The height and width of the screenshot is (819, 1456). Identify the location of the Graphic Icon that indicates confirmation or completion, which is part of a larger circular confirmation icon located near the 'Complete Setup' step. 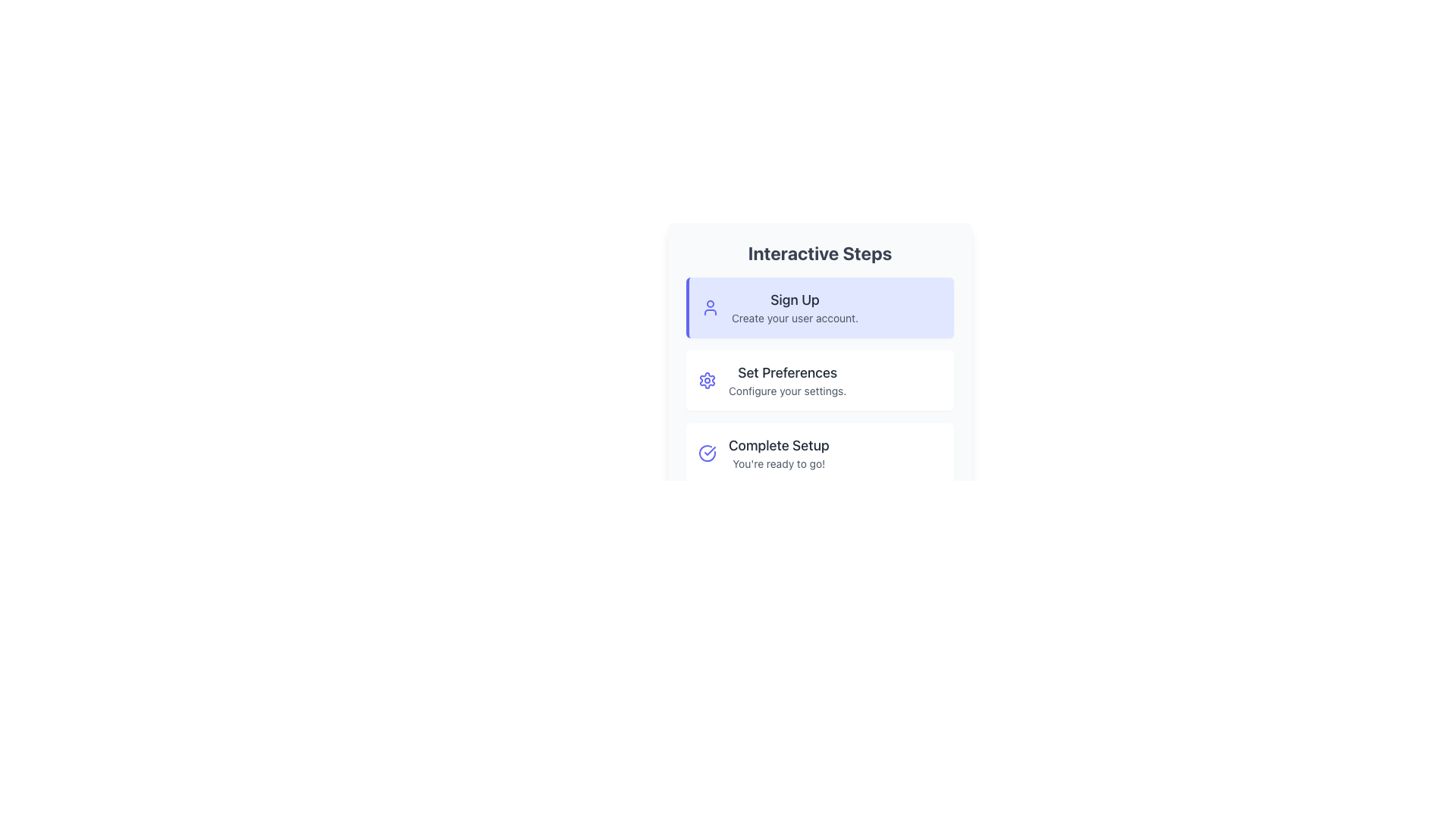
(709, 450).